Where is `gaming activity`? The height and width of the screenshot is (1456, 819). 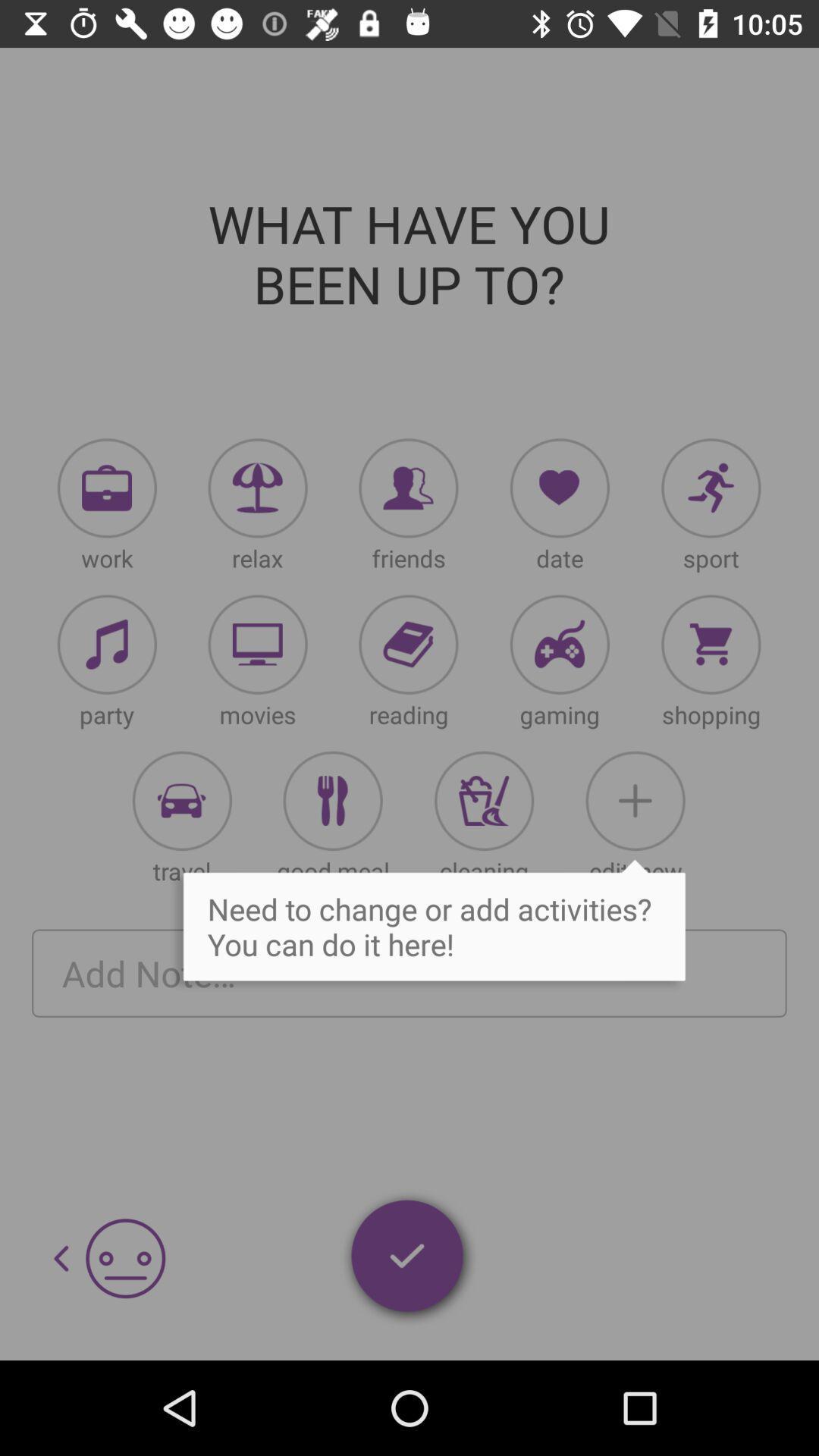
gaming activity is located at coordinates (560, 645).